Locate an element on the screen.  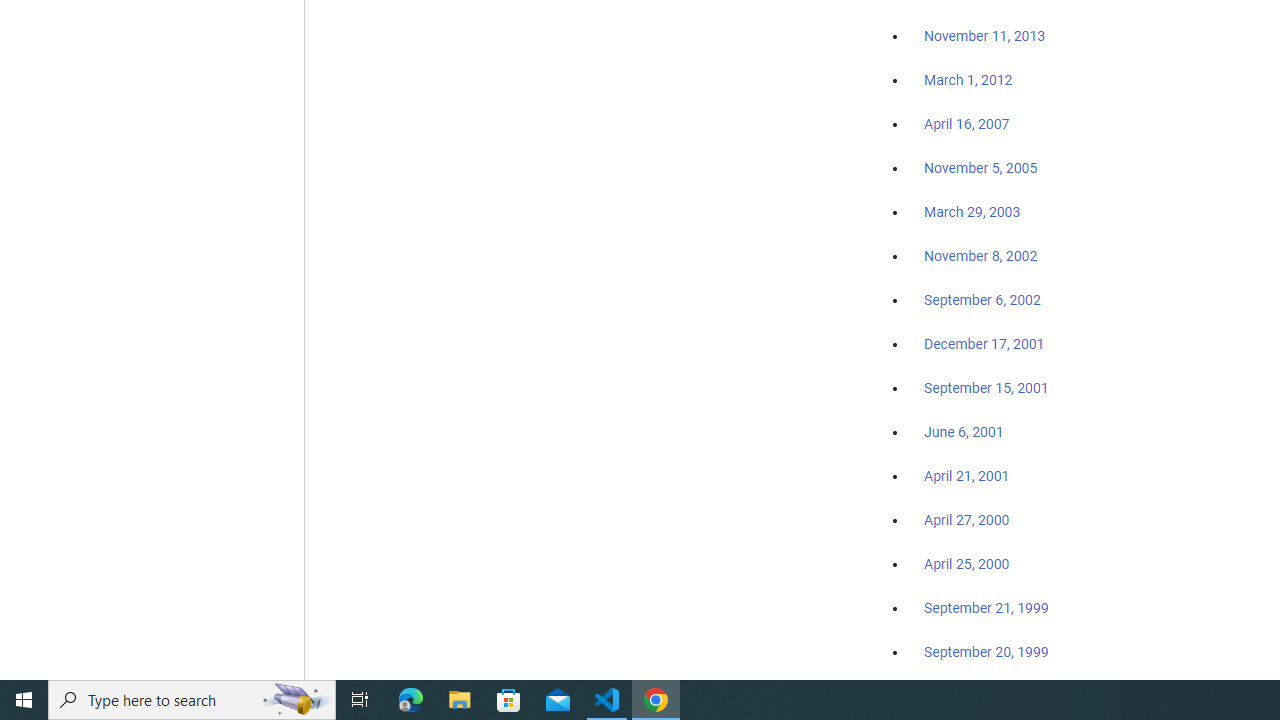
'April 27, 2000' is located at coordinates (967, 519).